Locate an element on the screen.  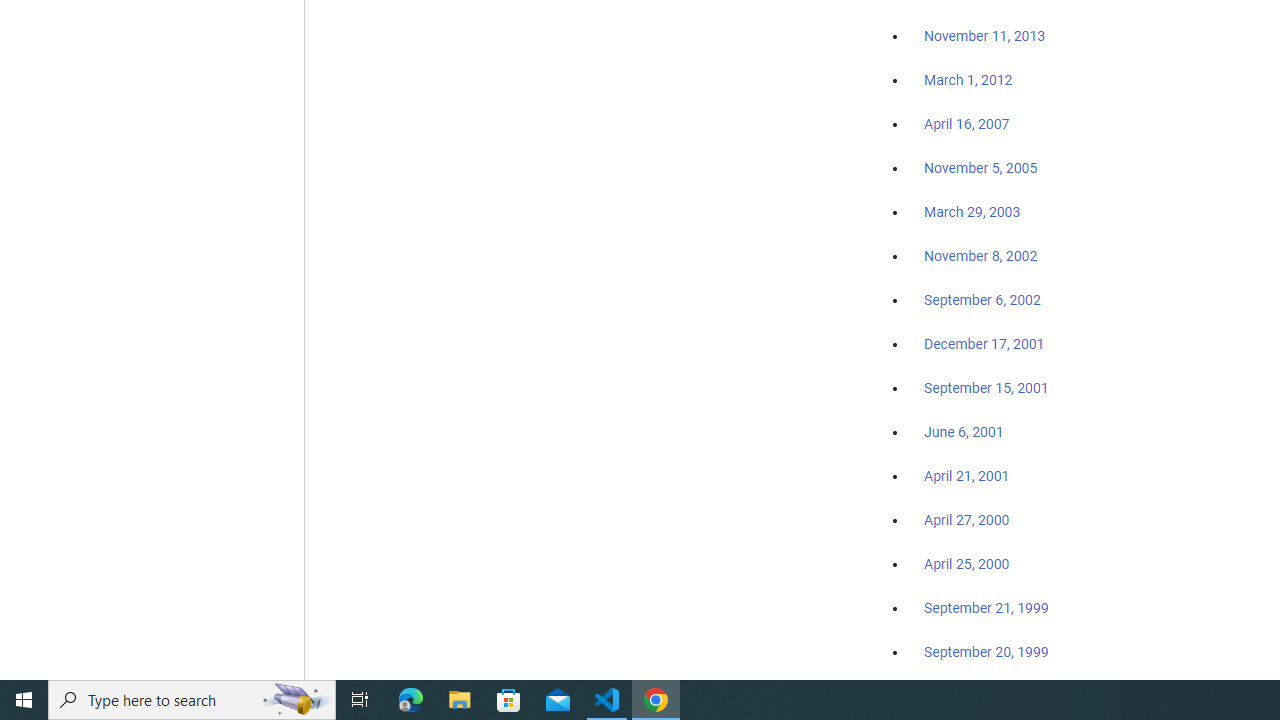
'April 27, 2000' is located at coordinates (967, 519).